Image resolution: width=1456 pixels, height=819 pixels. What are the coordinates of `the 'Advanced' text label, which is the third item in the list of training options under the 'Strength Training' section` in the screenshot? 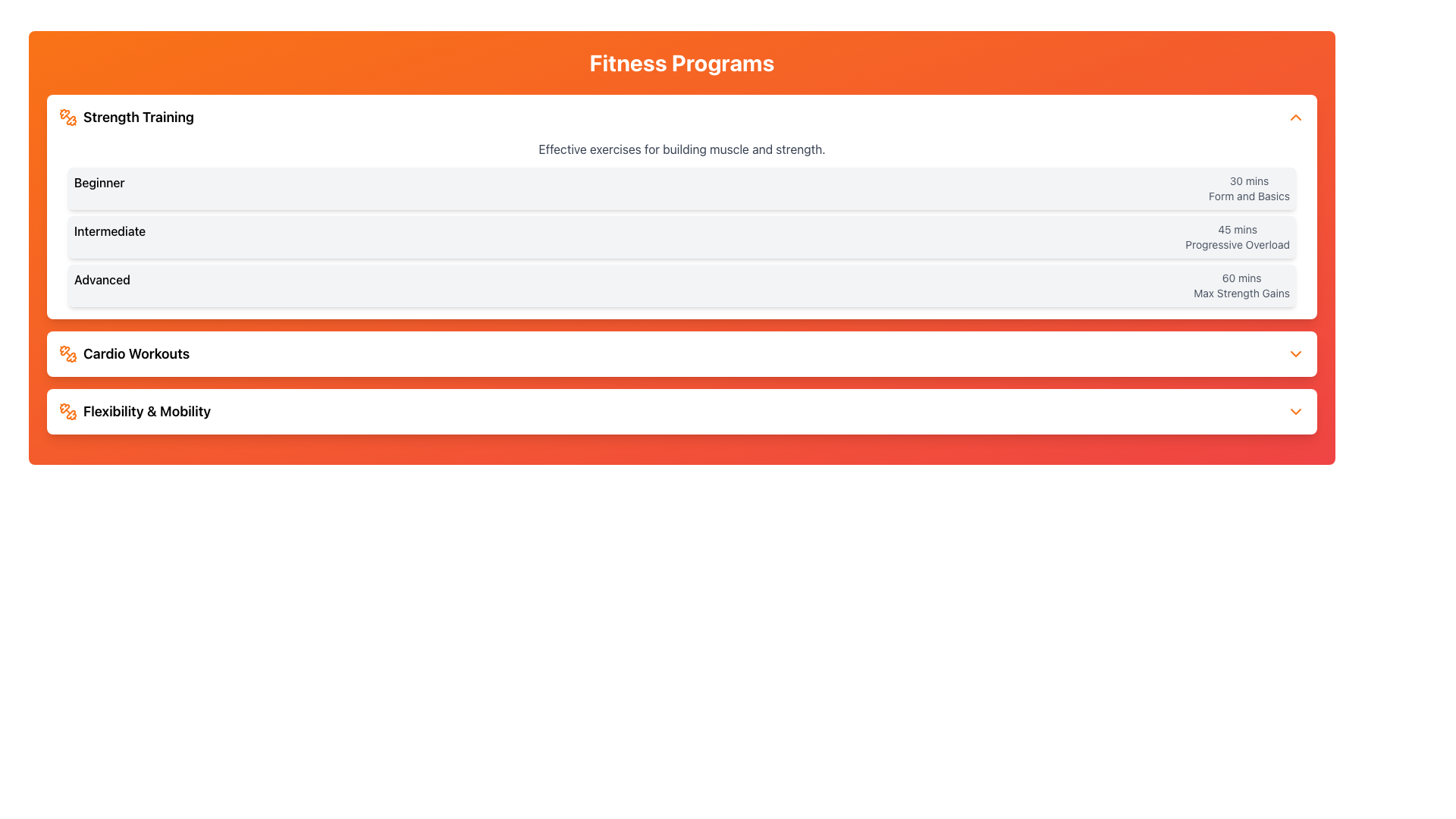 It's located at (101, 286).